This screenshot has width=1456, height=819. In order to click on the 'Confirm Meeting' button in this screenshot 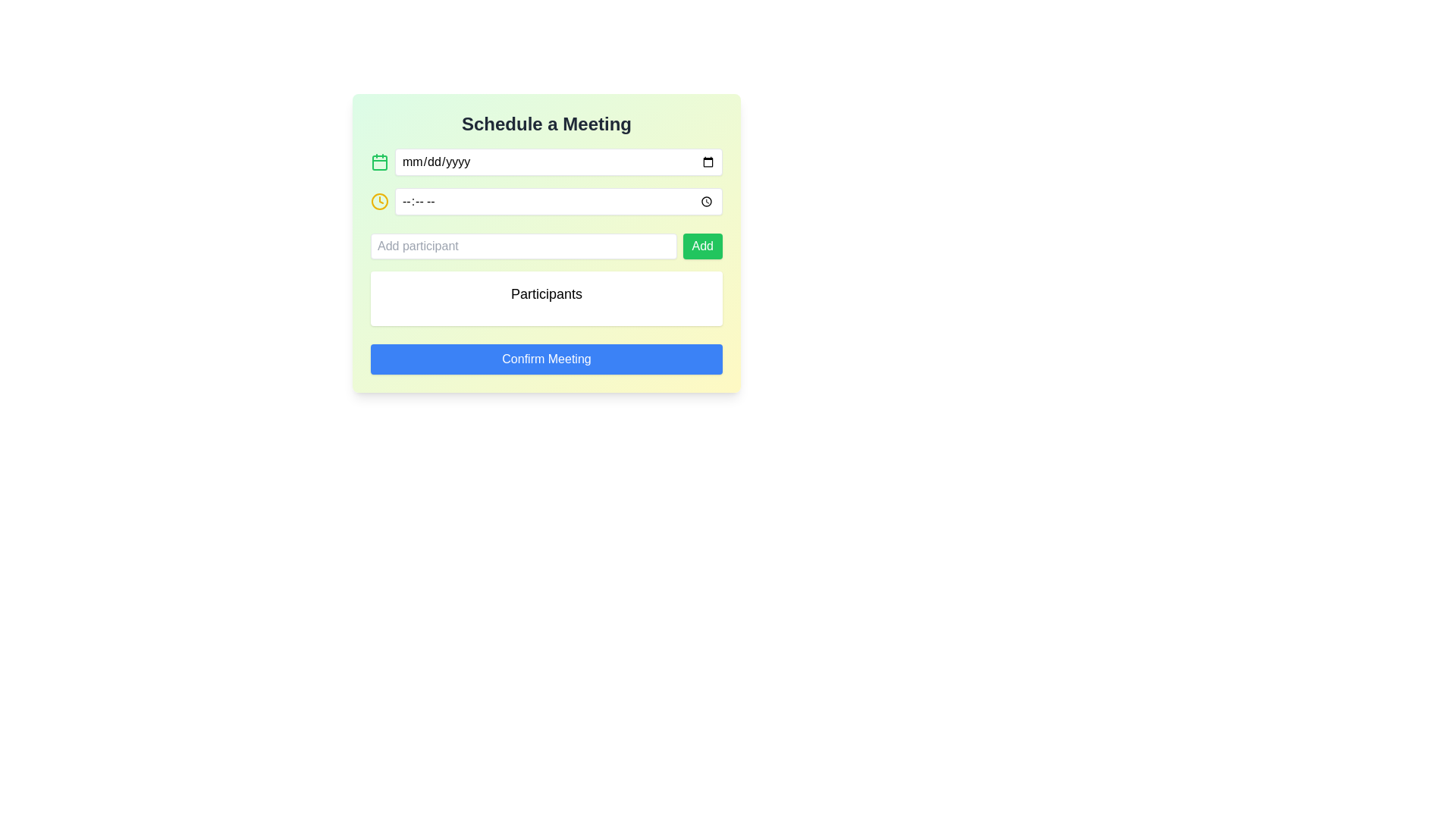, I will do `click(546, 359)`.